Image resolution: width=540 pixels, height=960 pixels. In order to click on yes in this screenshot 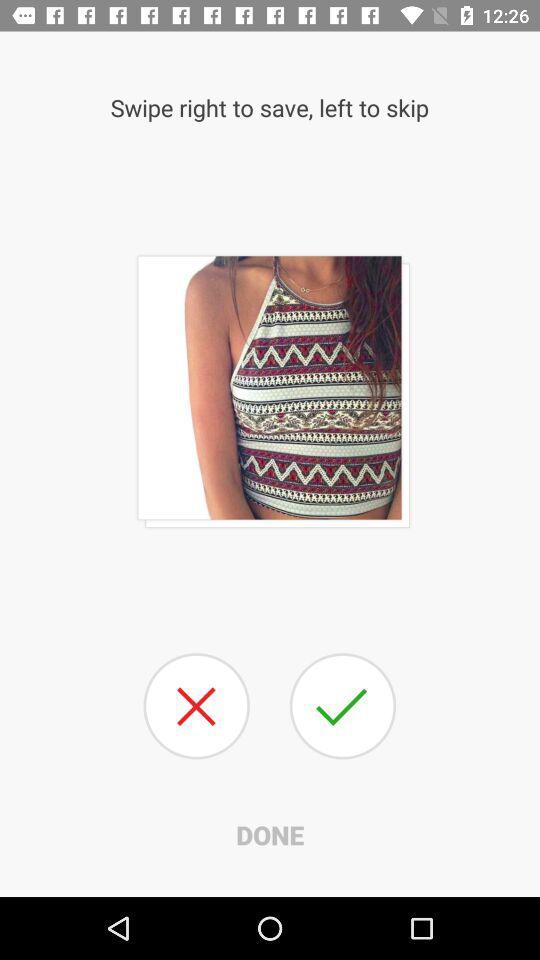, I will do `click(341, 706)`.